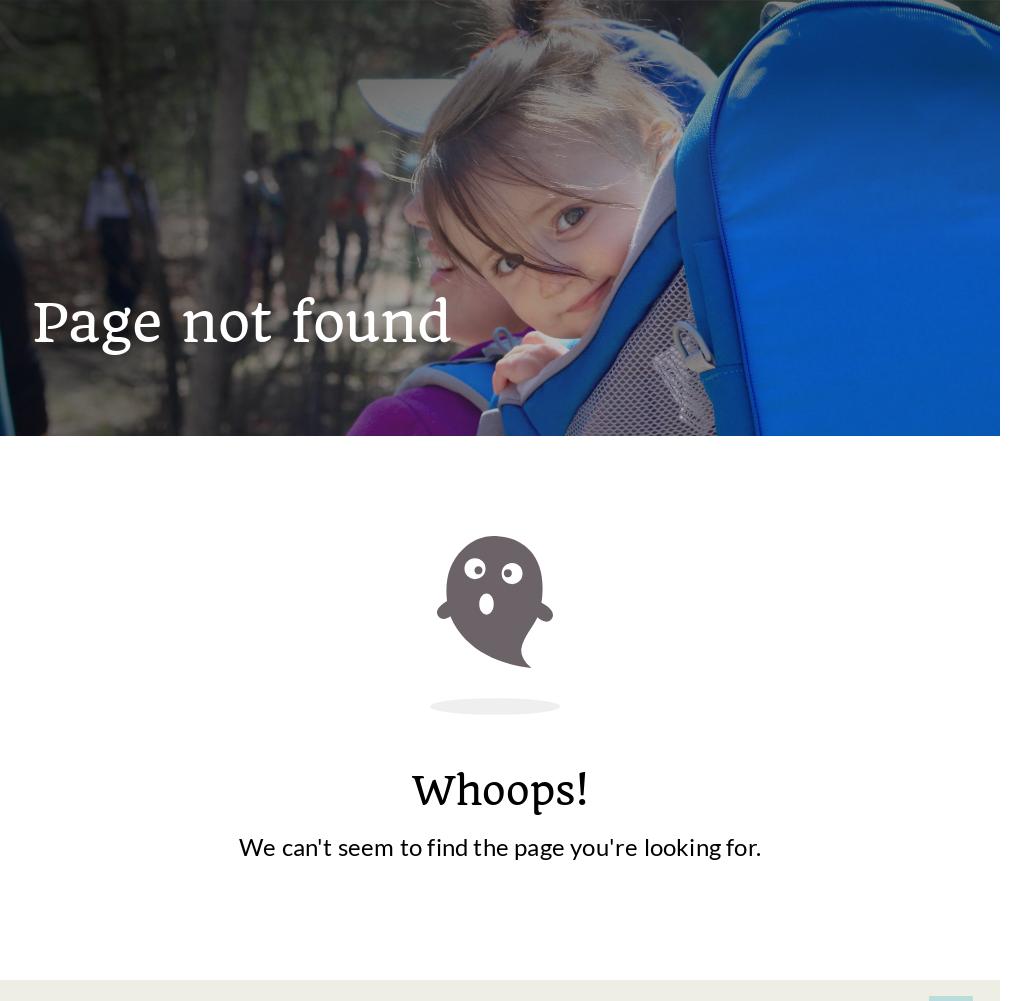 The image size is (1011, 1001). What do you see at coordinates (521, 587) in the screenshot?
I see `'The Friends of the Middlesex Fells'` at bounding box center [521, 587].